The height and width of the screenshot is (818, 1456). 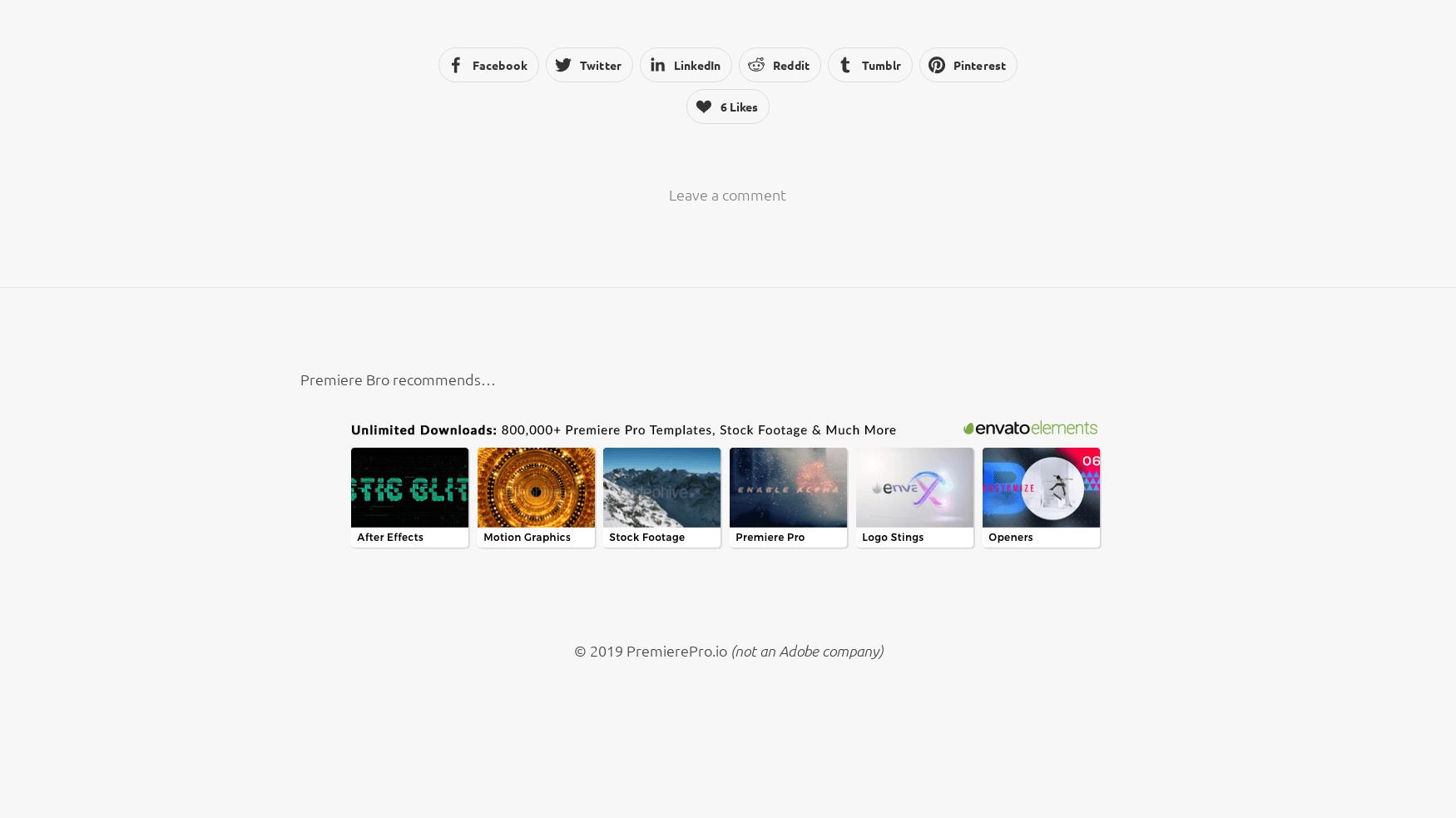 What do you see at coordinates (397, 377) in the screenshot?
I see `'Premiere Bro recommends…'` at bounding box center [397, 377].